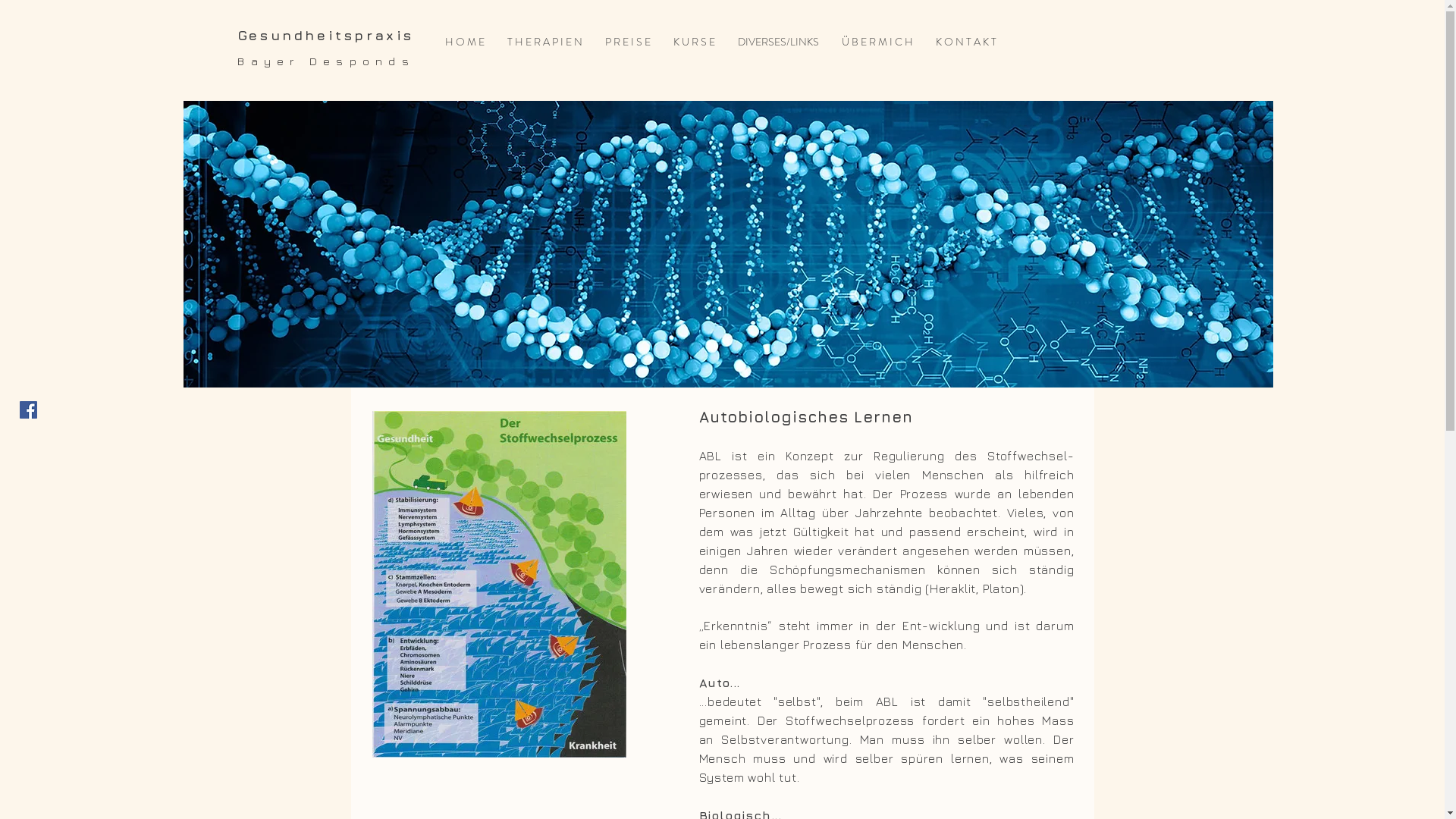 The width and height of the screenshot is (1456, 819). I want to click on 'Gesundheitspraxis', so click(325, 34).